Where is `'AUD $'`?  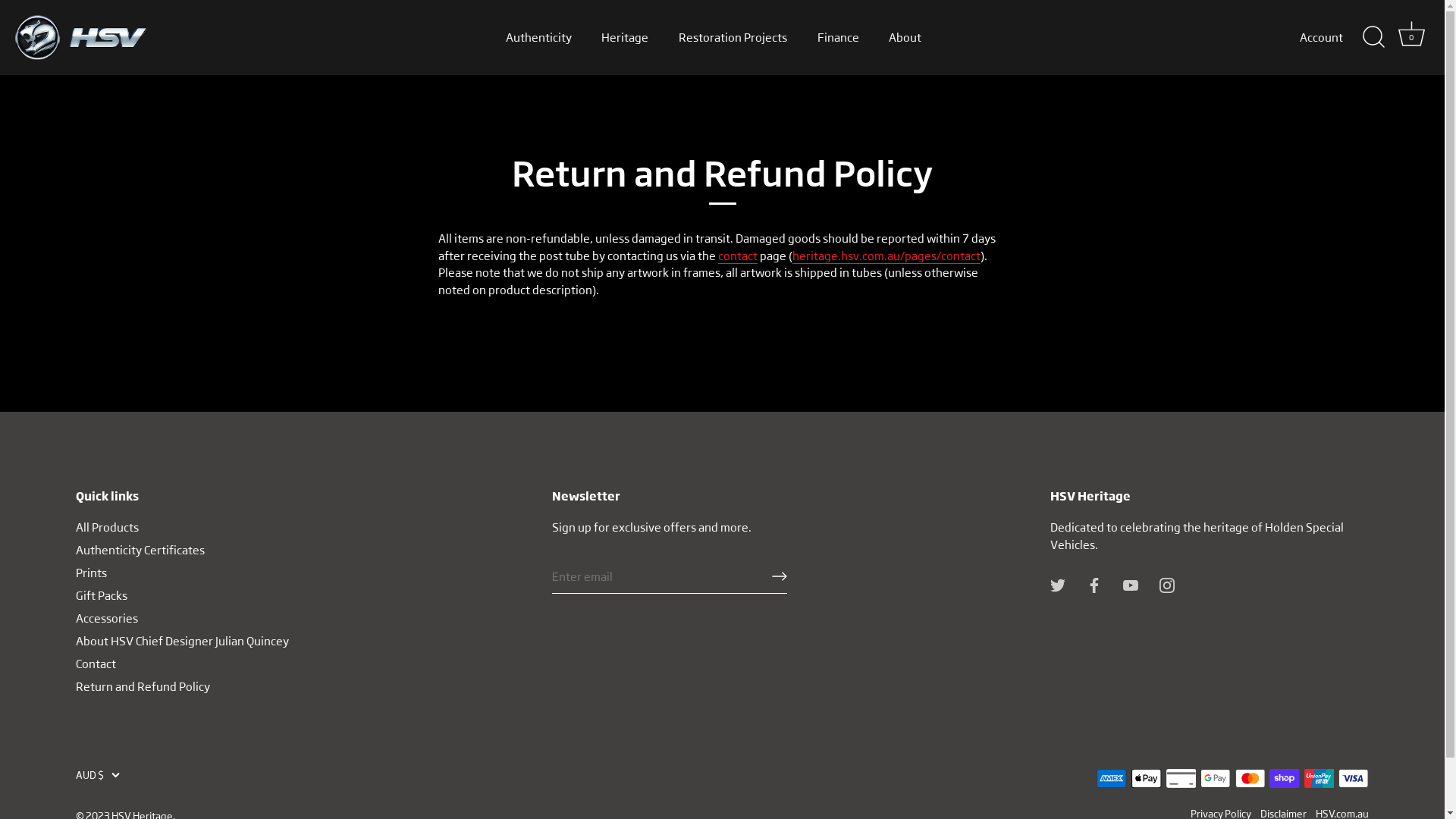 'AUD $' is located at coordinates (105, 775).